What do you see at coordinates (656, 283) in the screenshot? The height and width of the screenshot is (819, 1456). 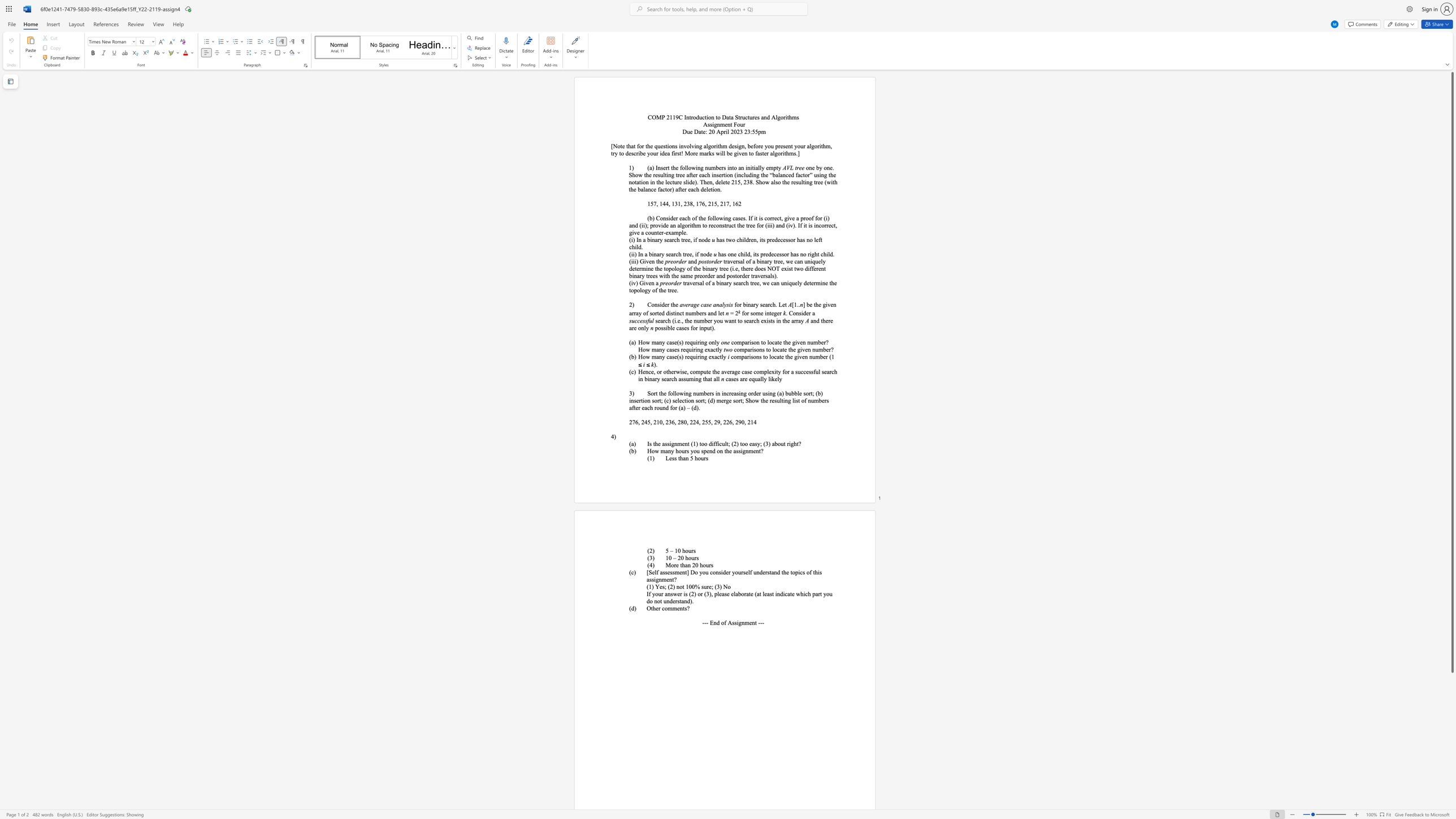 I see `the 1th character "a" in the text` at bounding box center [656, 283].